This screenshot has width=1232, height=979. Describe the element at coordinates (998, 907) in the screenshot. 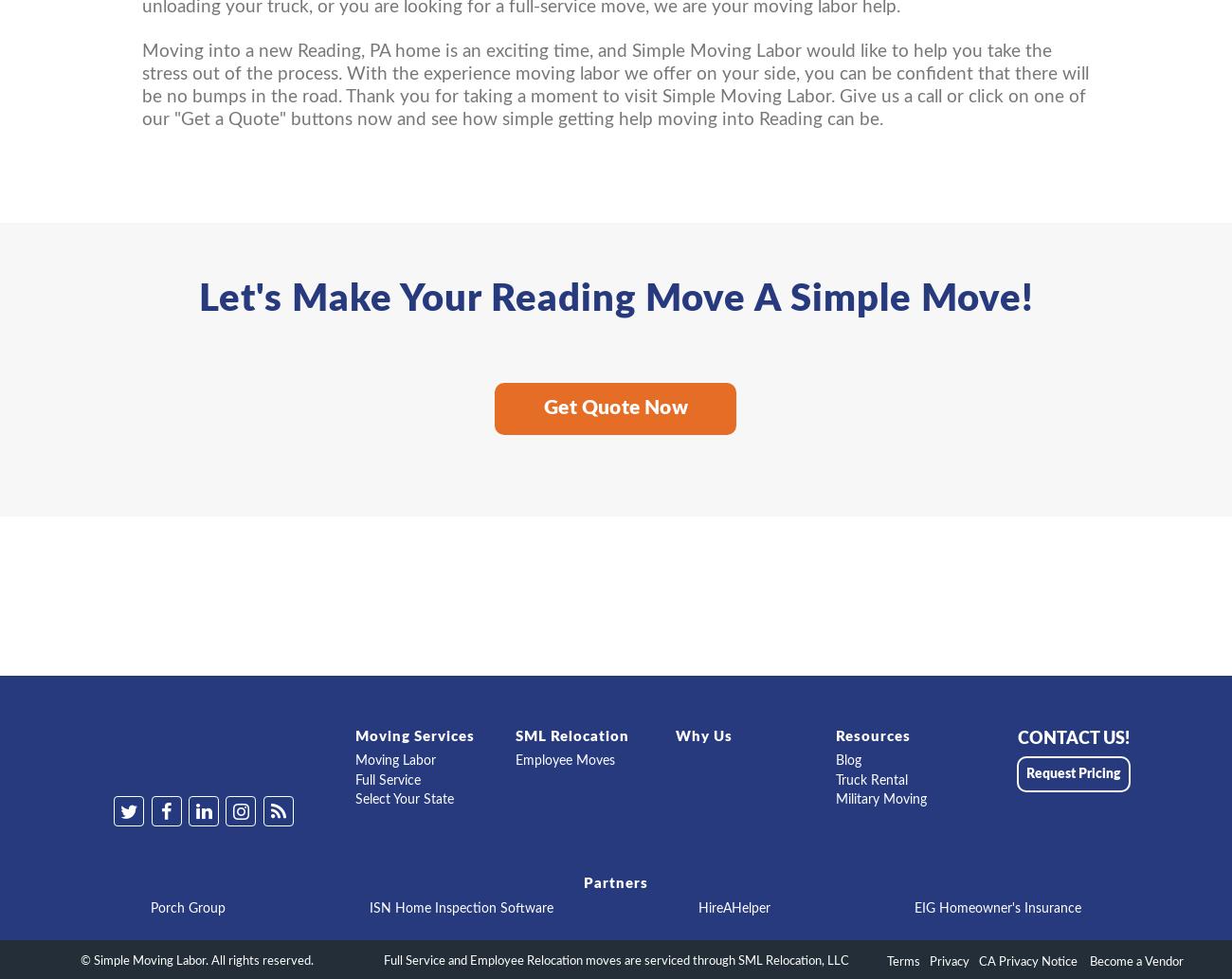

I see `'EIG Homeowner's Insurance'` at that location.